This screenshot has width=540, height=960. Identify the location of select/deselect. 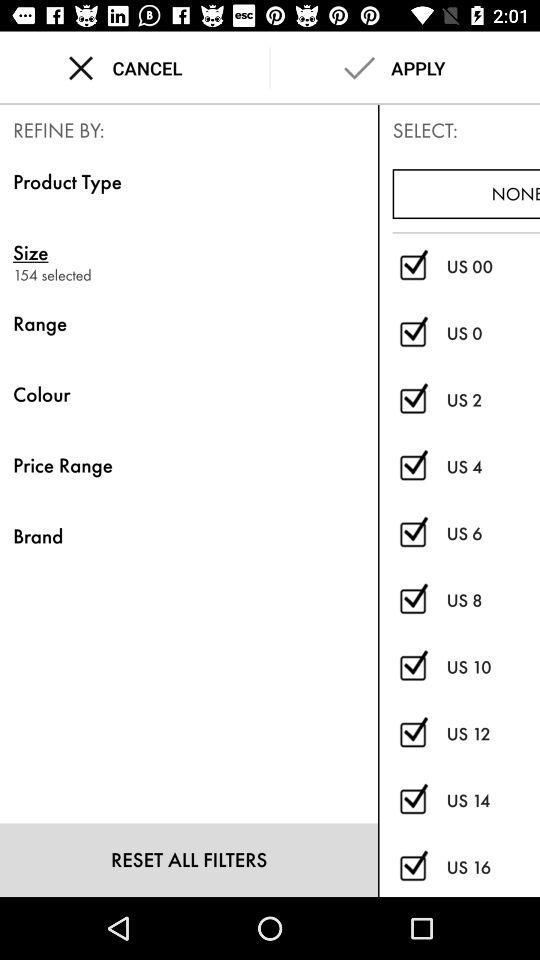
(412, 467).